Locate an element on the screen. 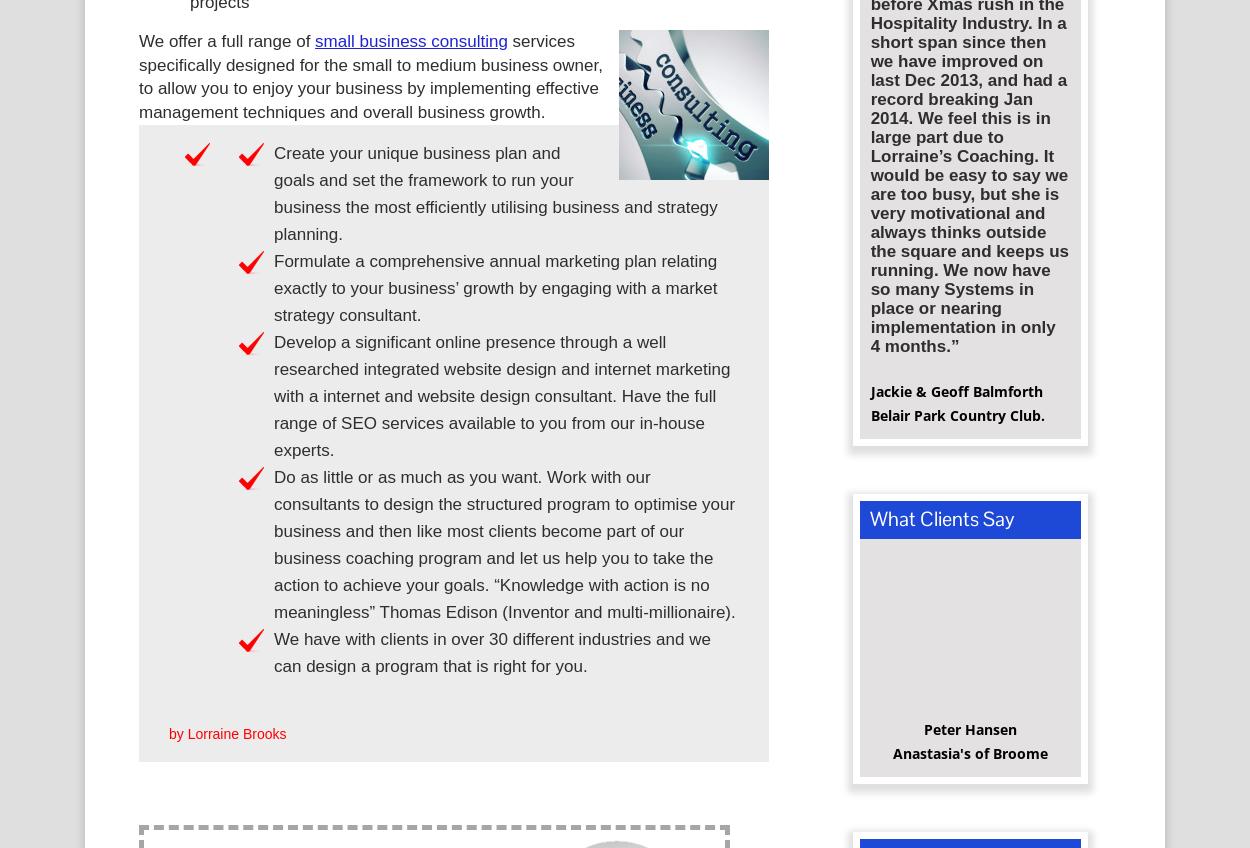 The height and width of the screenshot is (848, 1250). 'Develop a significant online presence through a well researched integrated website design and internet marketing with a internet and website design consultant. Have the full range of SEO services available to you from our in-house experts.' is located at coordinates (502, 402).